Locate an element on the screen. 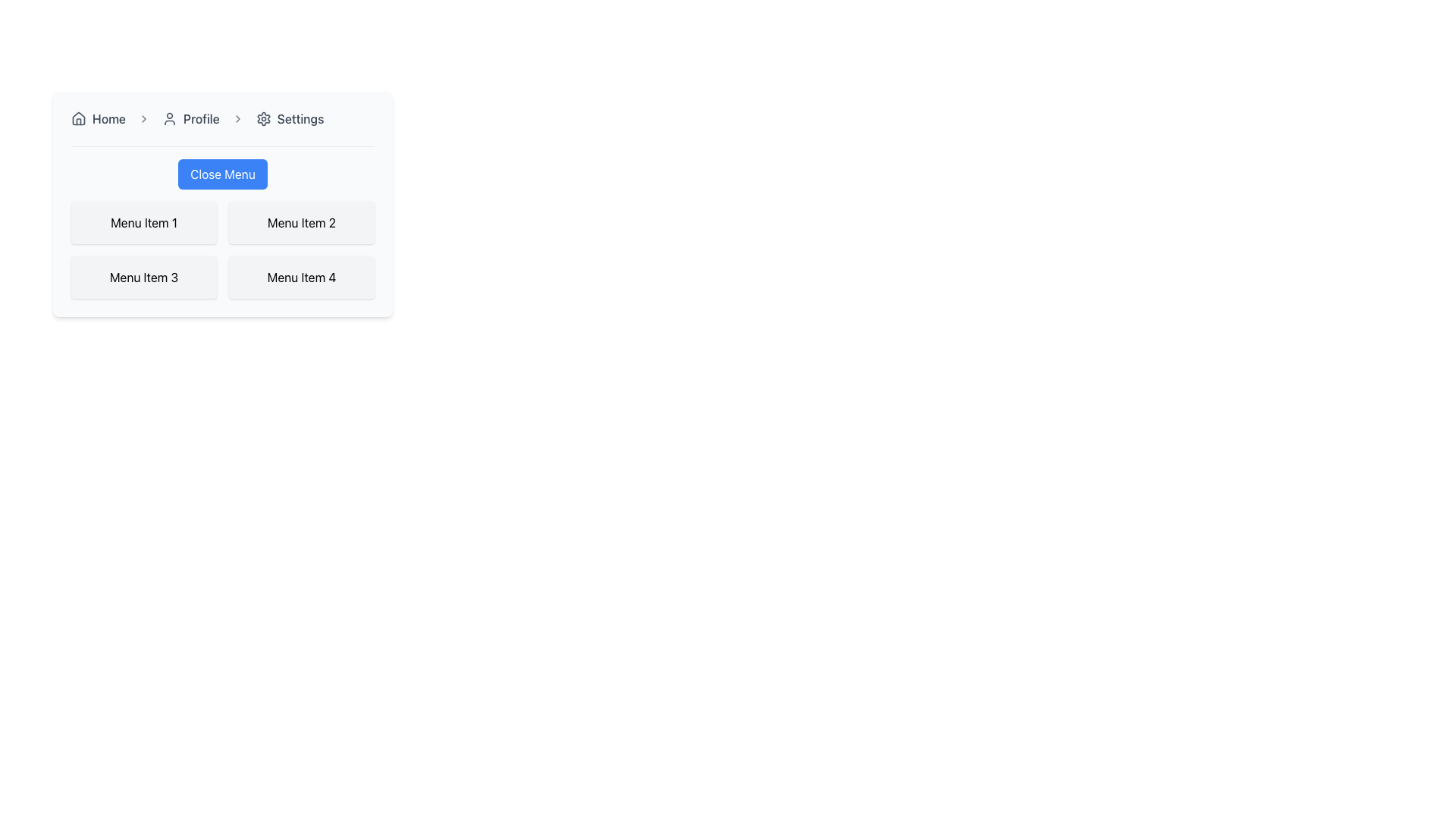 The image size is (1456, 819). the second separator icon in the breadcrumb navigation bar, which visually indicates progression between 'Home' and 'Profile' is located at coordinates (144, 118).